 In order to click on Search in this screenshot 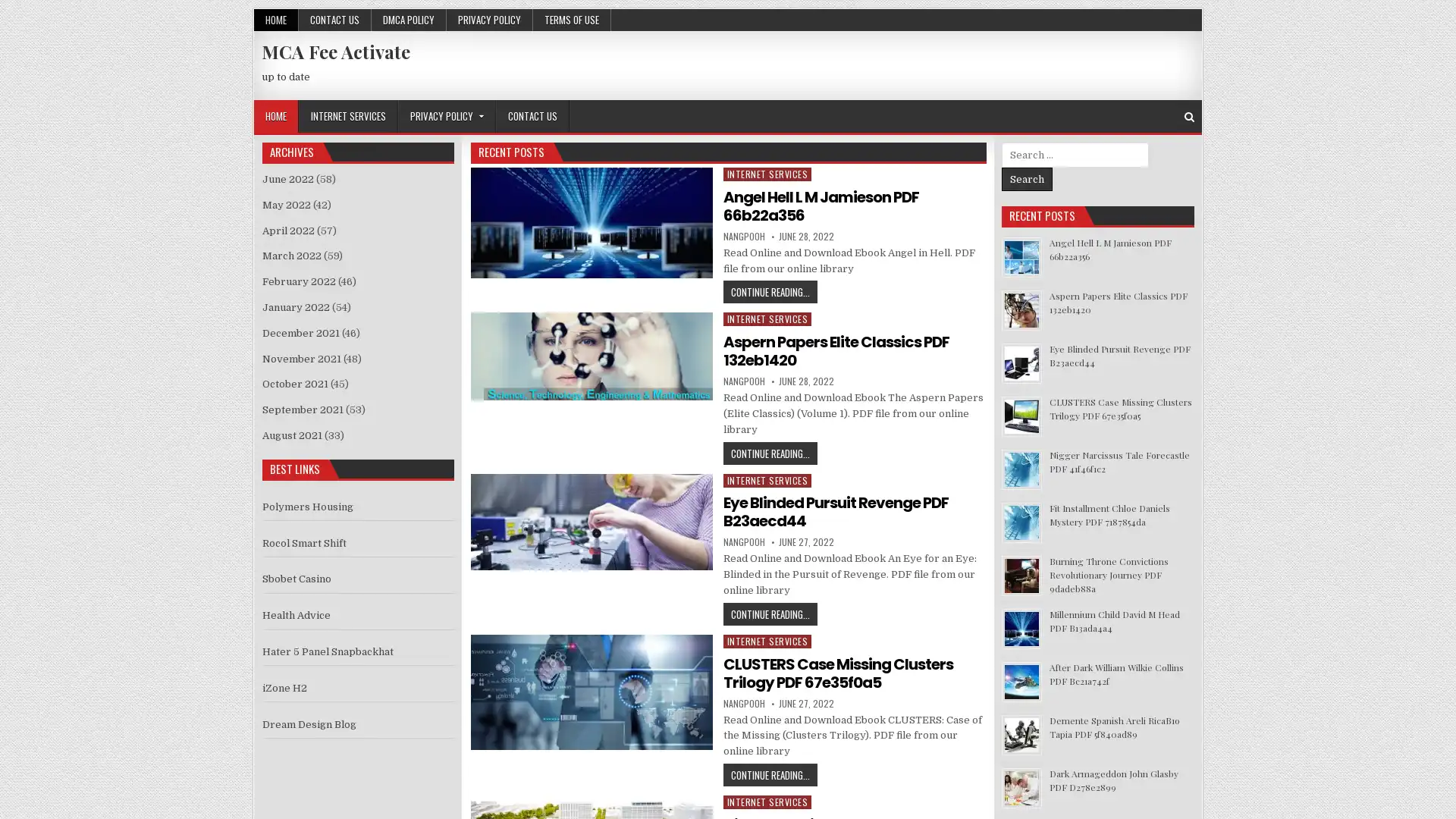, I will do `click(1027, 178)`.